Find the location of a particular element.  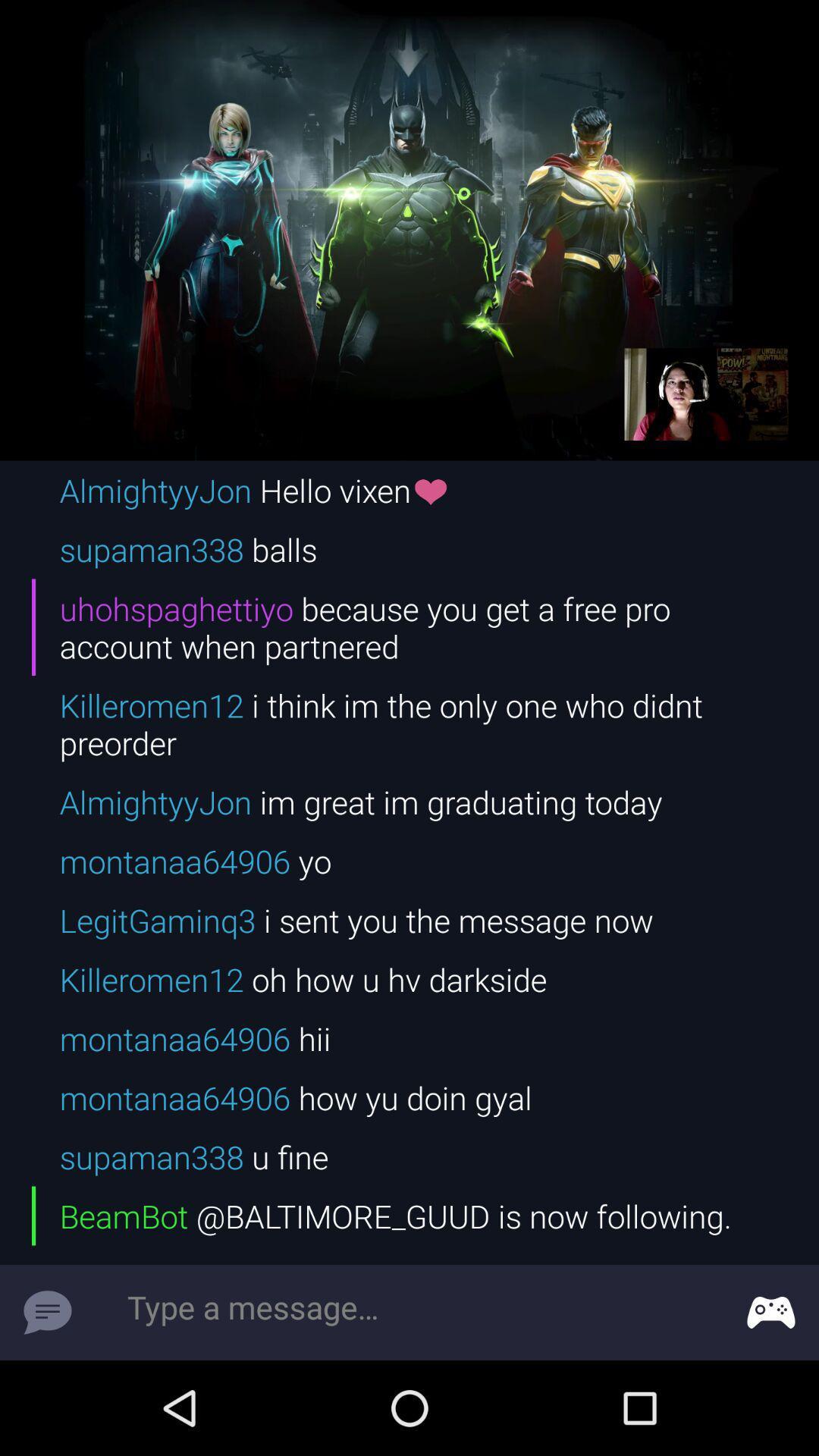

the chat icon is located at coordinates (771, 1312).